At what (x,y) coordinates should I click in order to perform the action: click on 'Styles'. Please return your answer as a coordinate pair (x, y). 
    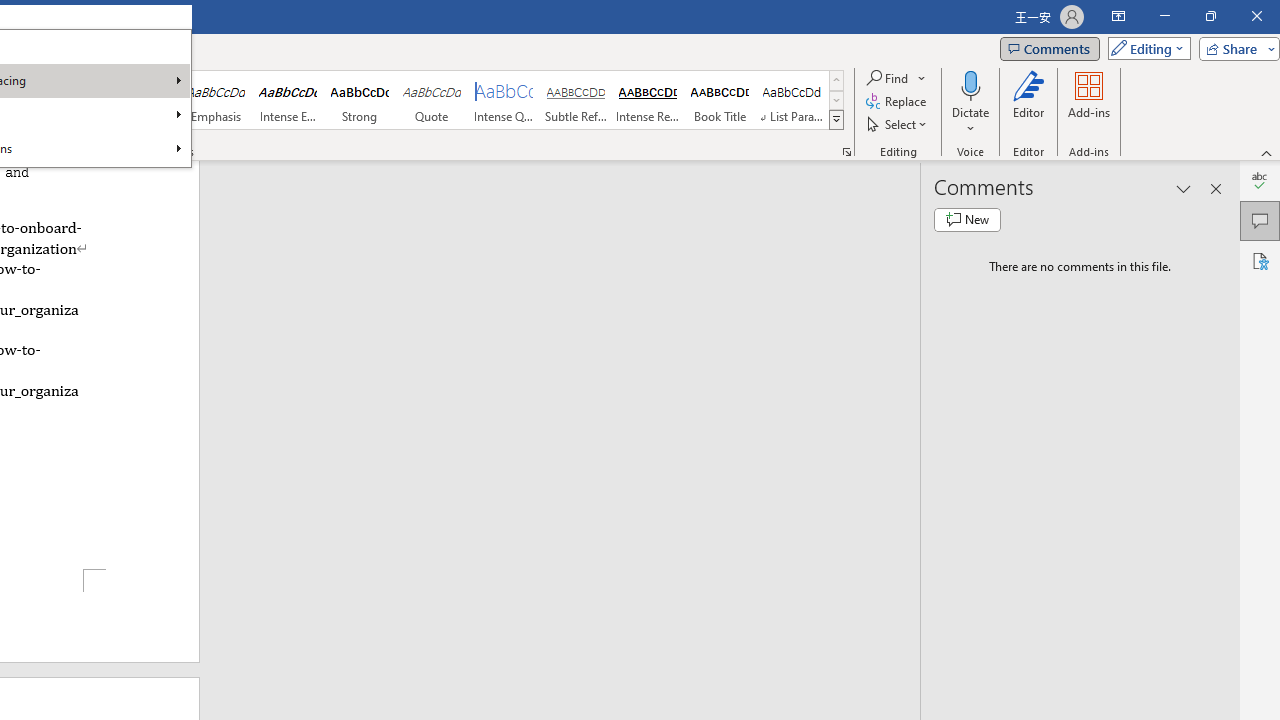
    Looking at the image, I should click on (836, 120).